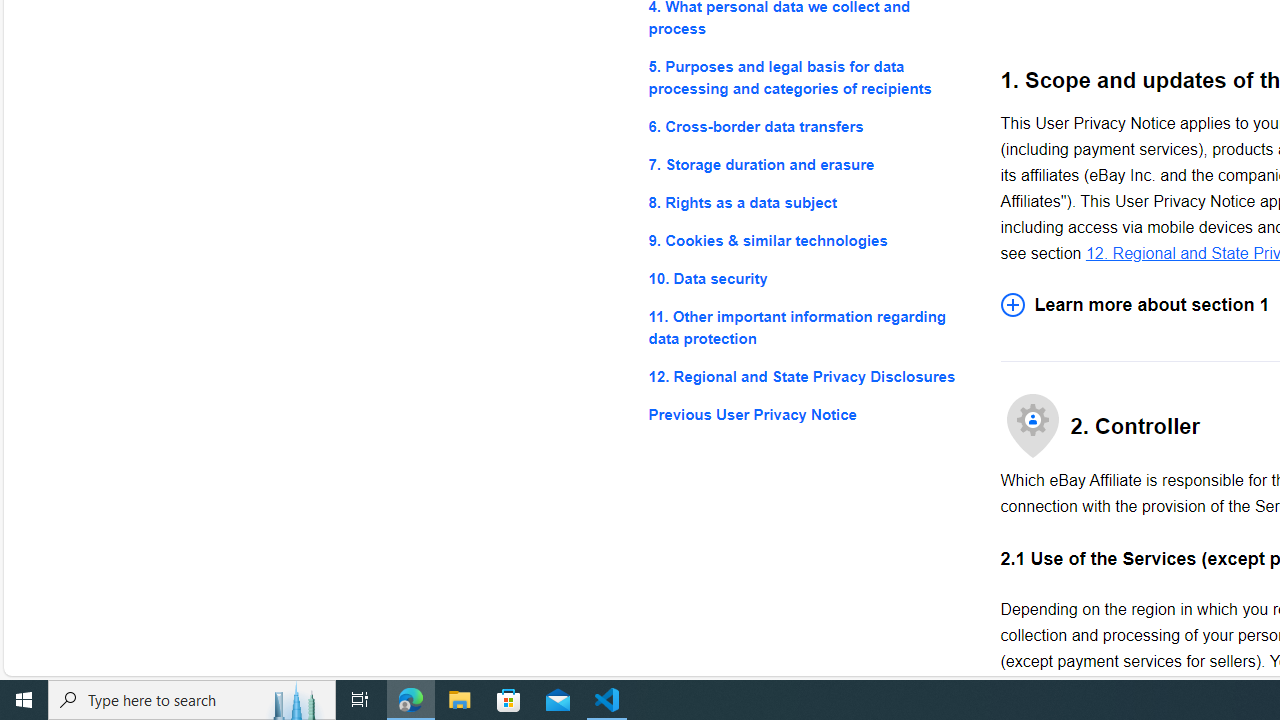 The height and width of the screenshot is (720, 1280). I want to click on '12. Regional and State Privacy Disclosures', so click(808, 377).